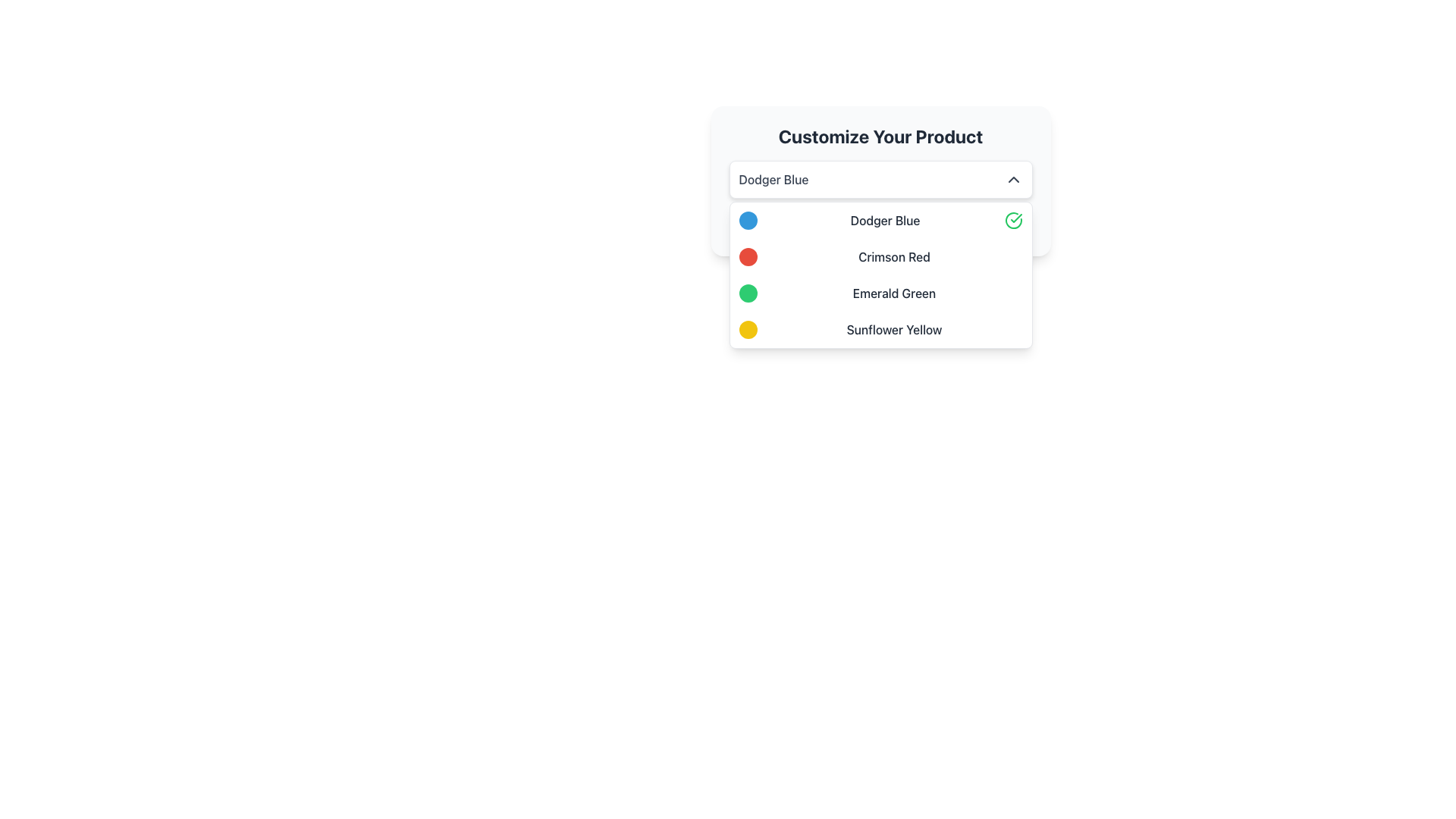 This screenshot has width=1456, height=819. Describe the element at coordinates (736, 227) in the screenshot. I see `the blue outlined eye icon, which is the leftmost element in a horizontal arrangement alongside the text 'Dodger Blue' and a downward arrow icon` at that location.